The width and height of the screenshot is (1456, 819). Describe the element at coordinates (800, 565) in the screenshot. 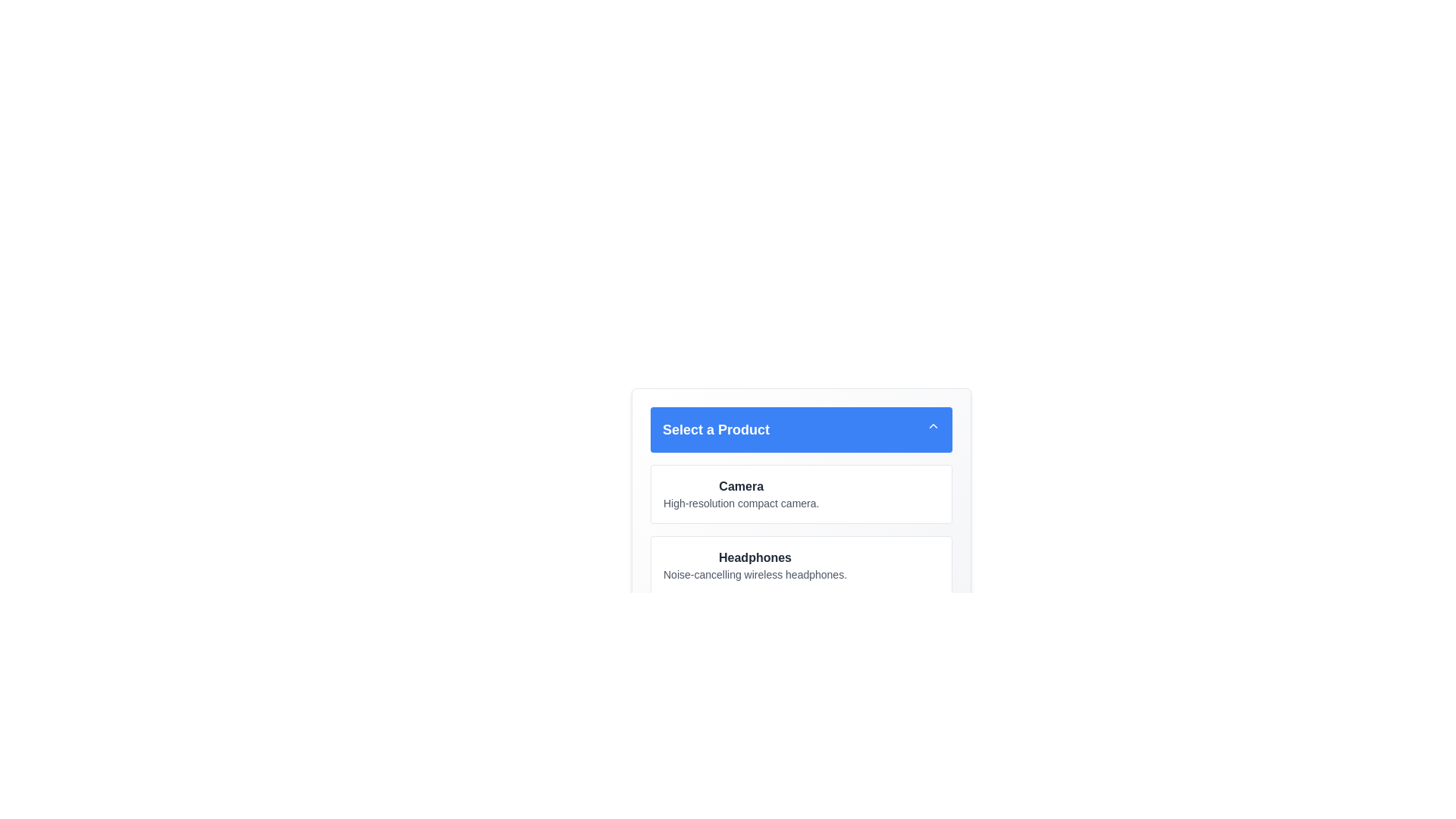

I see `the List Item displaying 'Headphones'` at that location.